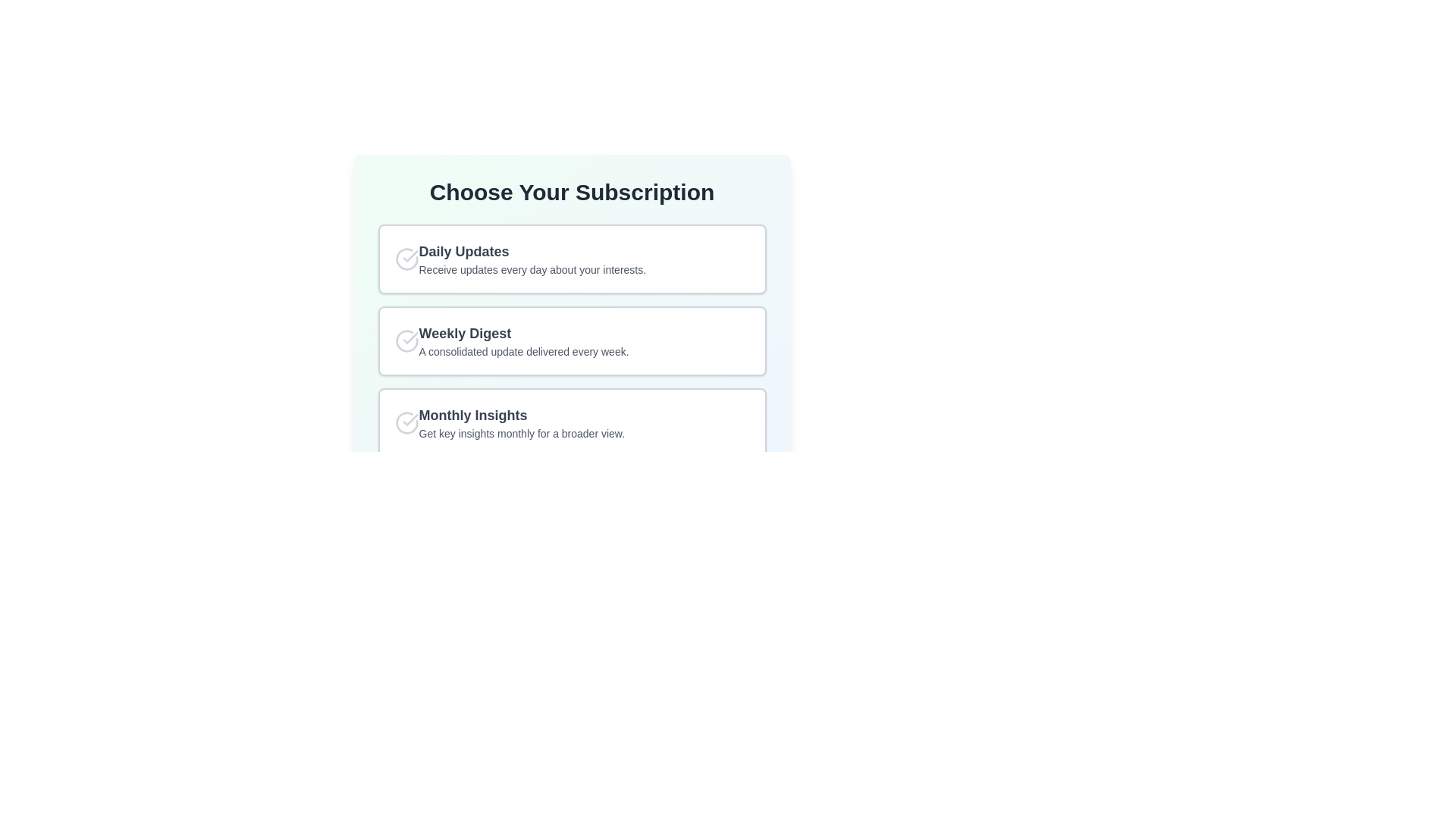  What do you see at coordinates (524, 351) in the screenshot?
I see `the text label that reads 'A consolidated update delivered every week.' which is styled in small gray font and positioned below the 'Weekly Digest' heading` at bounding box center [524, 351].